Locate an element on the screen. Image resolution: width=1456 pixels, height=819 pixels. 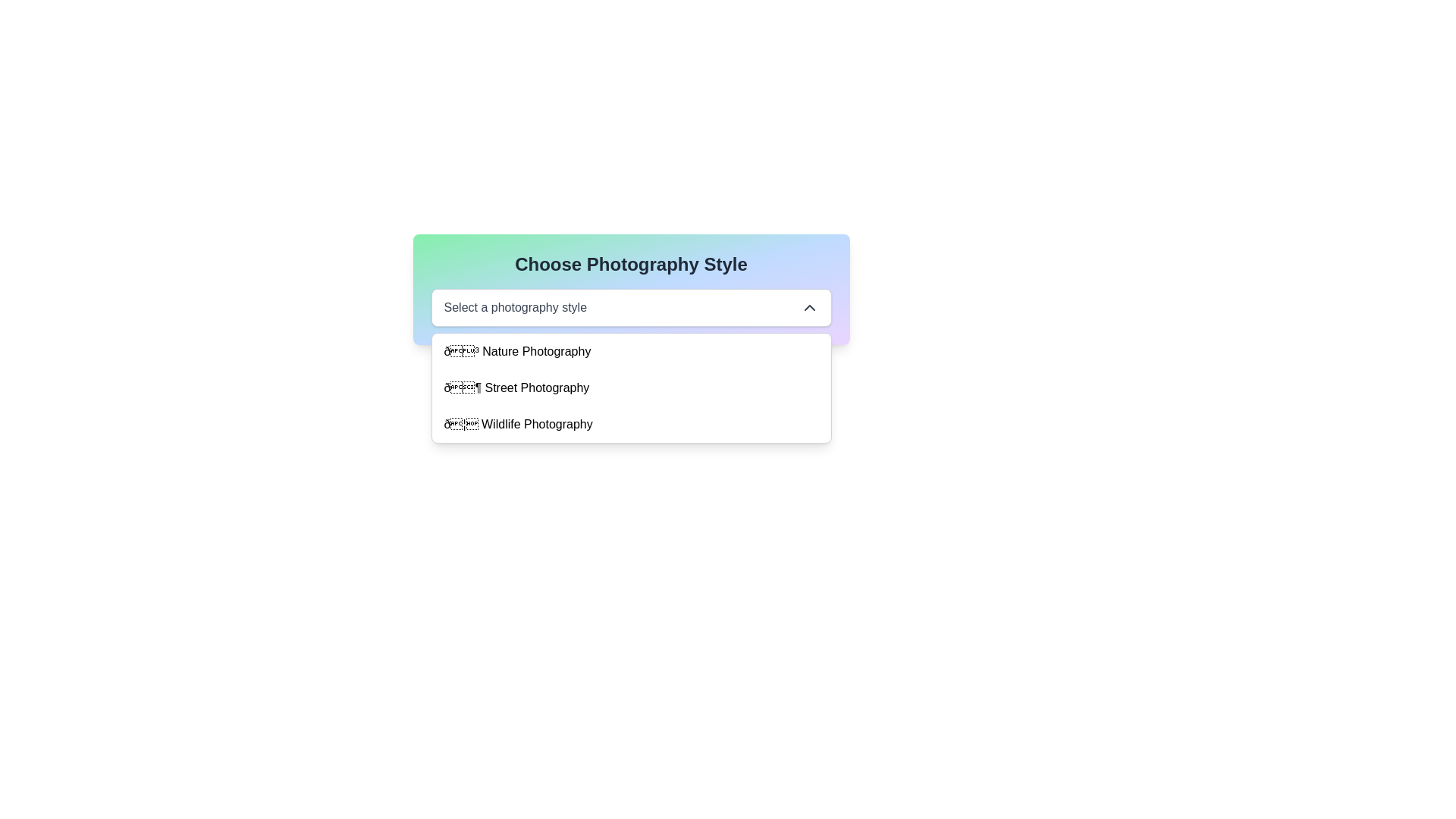
the dropdown option labeled '🦁 Wildlife Photography' is located at coordinates (518, 424).